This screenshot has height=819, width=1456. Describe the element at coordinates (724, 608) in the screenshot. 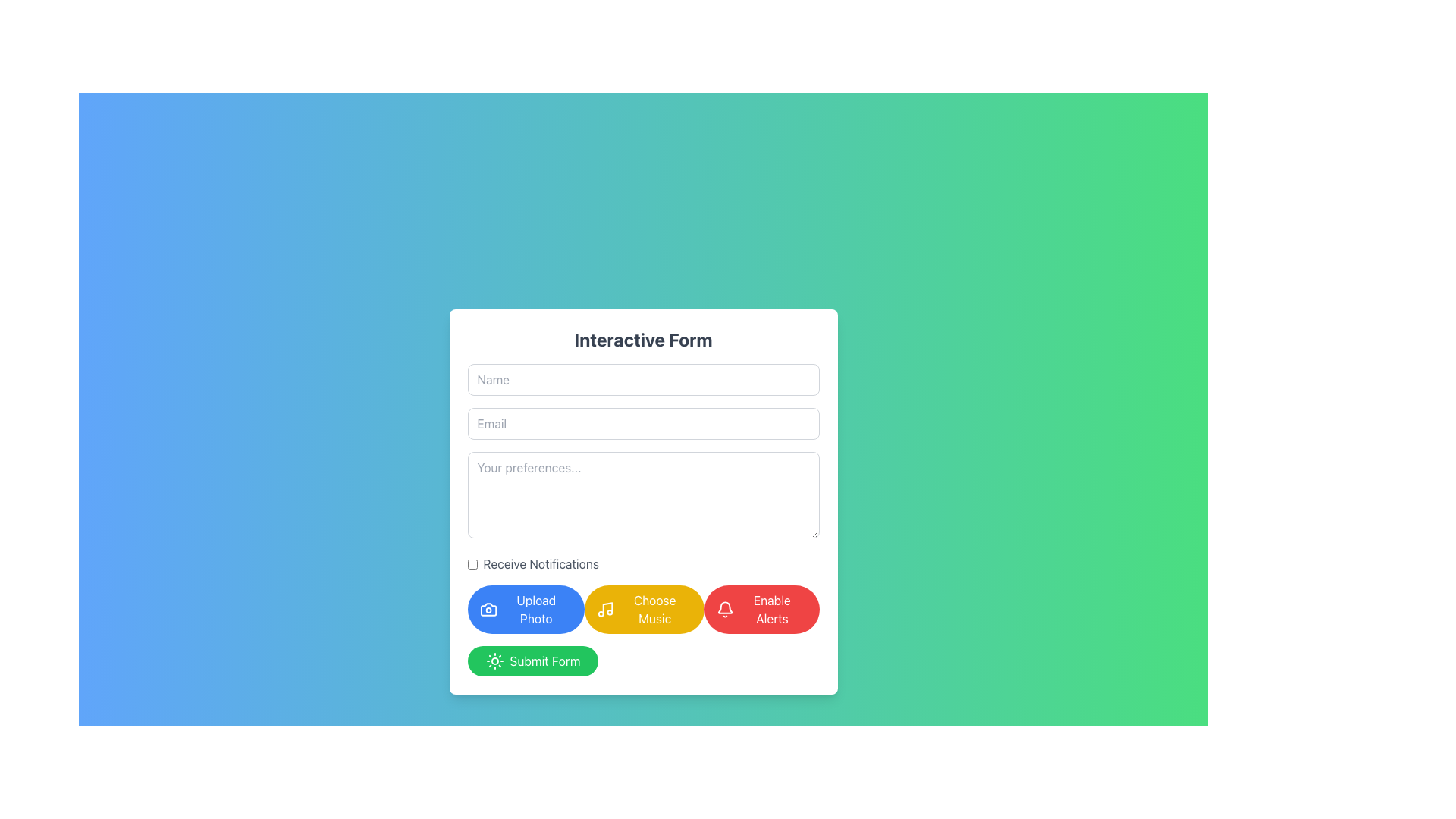

I see `the red circular button containing the bell icon labeled 'Enable Alerts'` at that location.